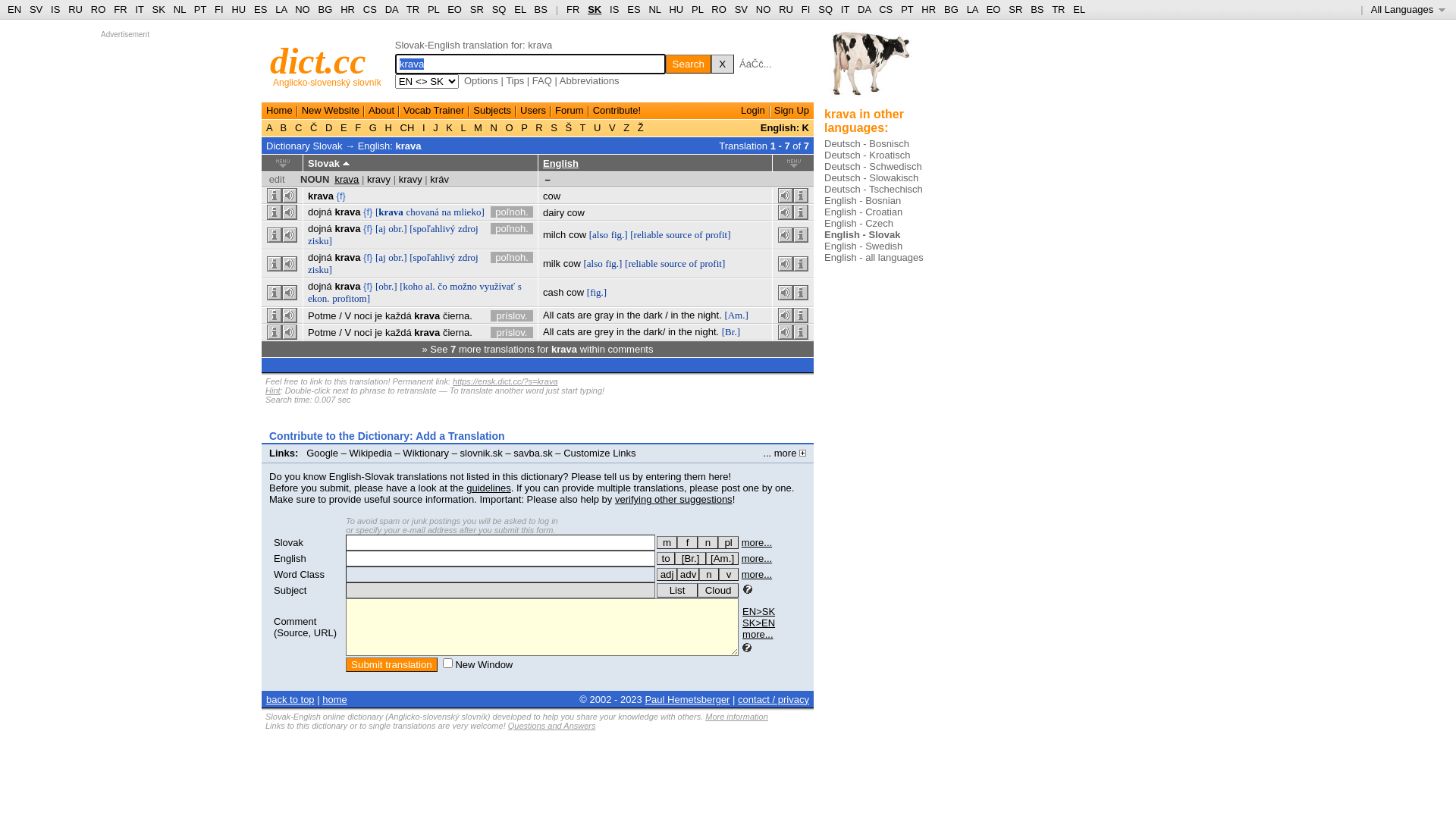 This screenshot has width=1456, height=819. What do you see at coordinates (626, 127) in the screenshot?
I see `'Z'` at bounding box center [626, 127].